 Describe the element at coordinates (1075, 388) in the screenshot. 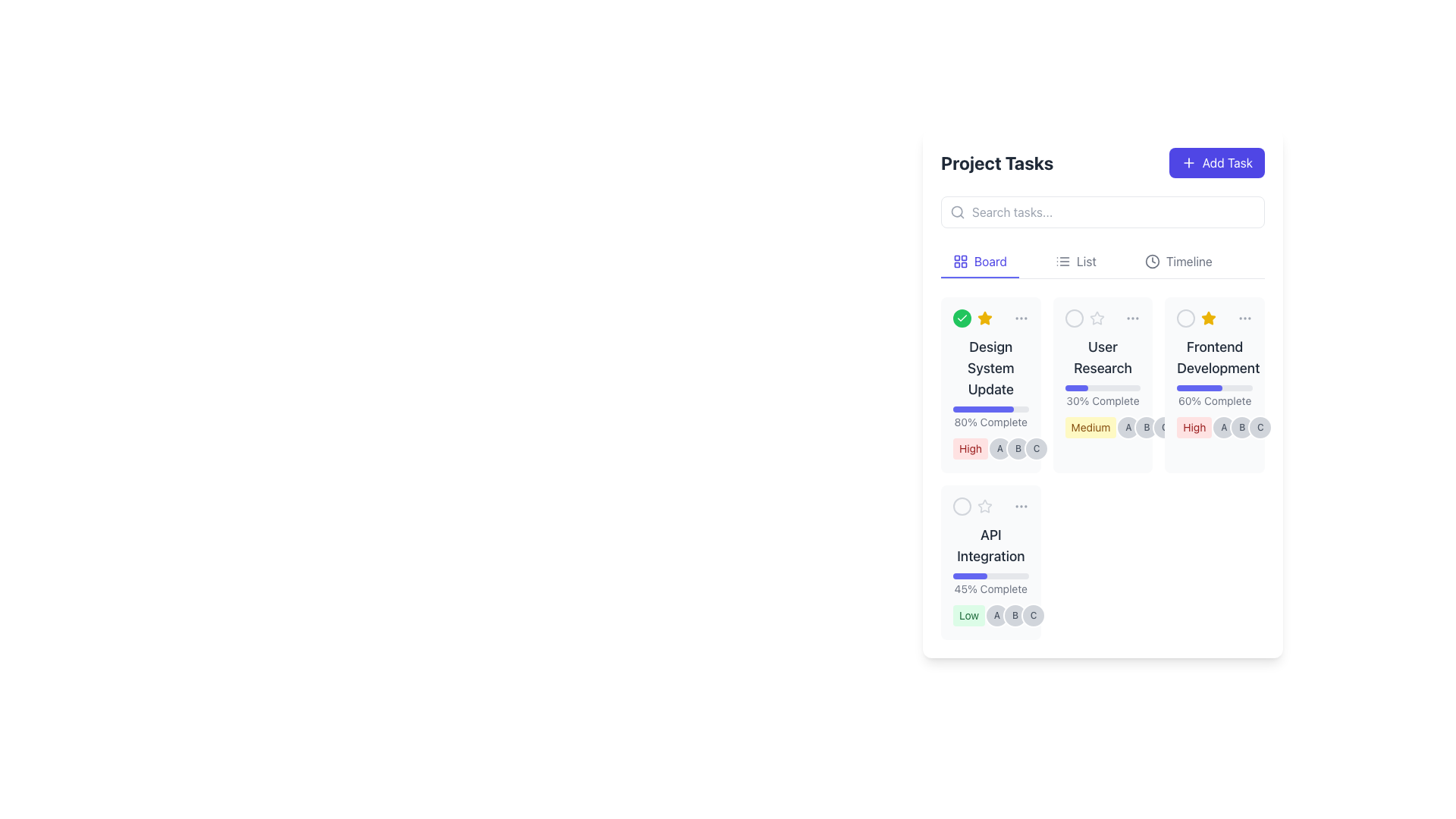

I see `progress bar segment styled with a rounded appearance and filled with indigo color, located within the progress bar of the 'User Research' task card, for its style attributes` at that location.